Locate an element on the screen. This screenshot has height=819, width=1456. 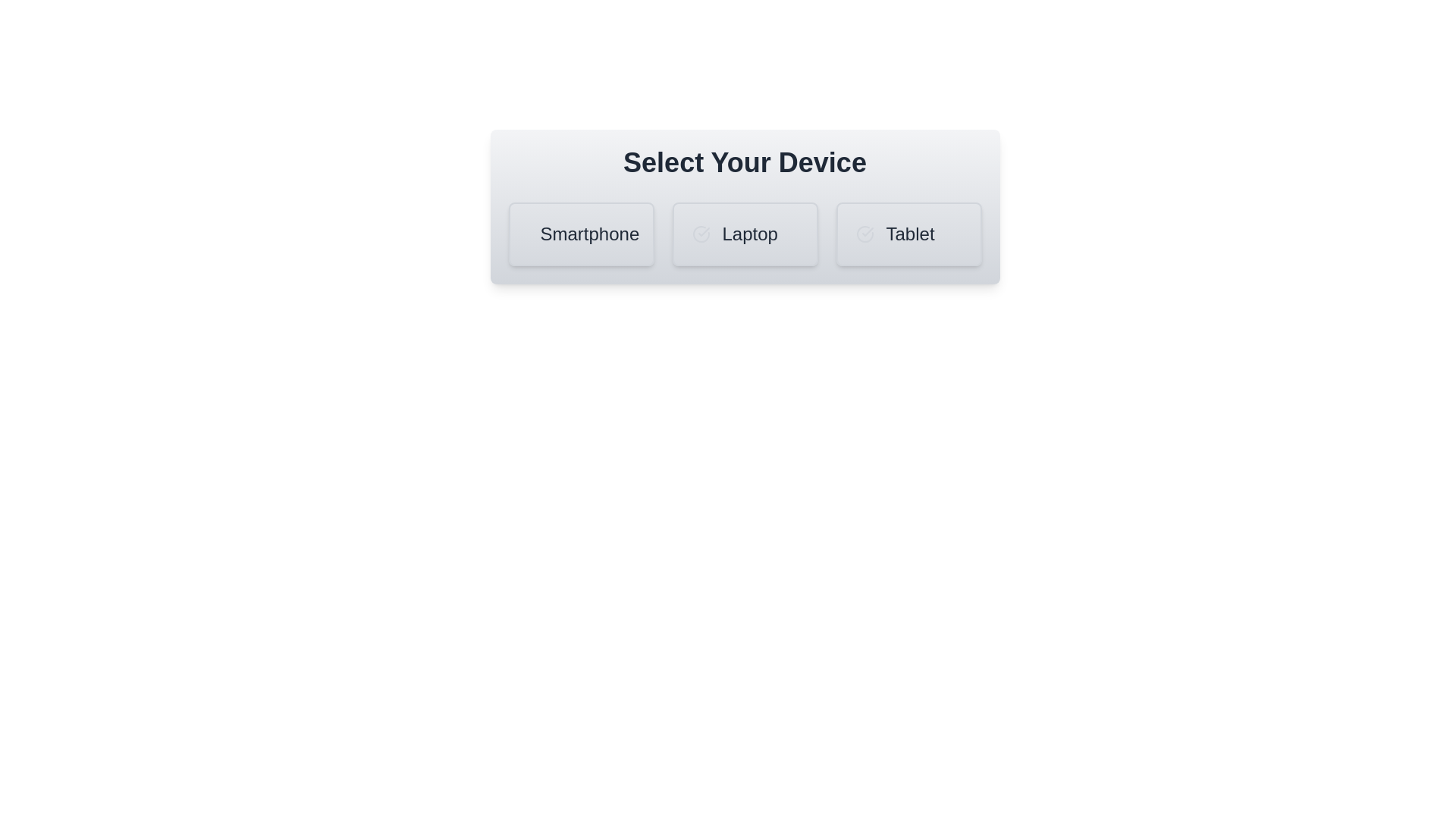
the interactive circle element that indicates the status of the 'Laptop' button, which is part of the device selection interface is located at coordinates (700, 234).